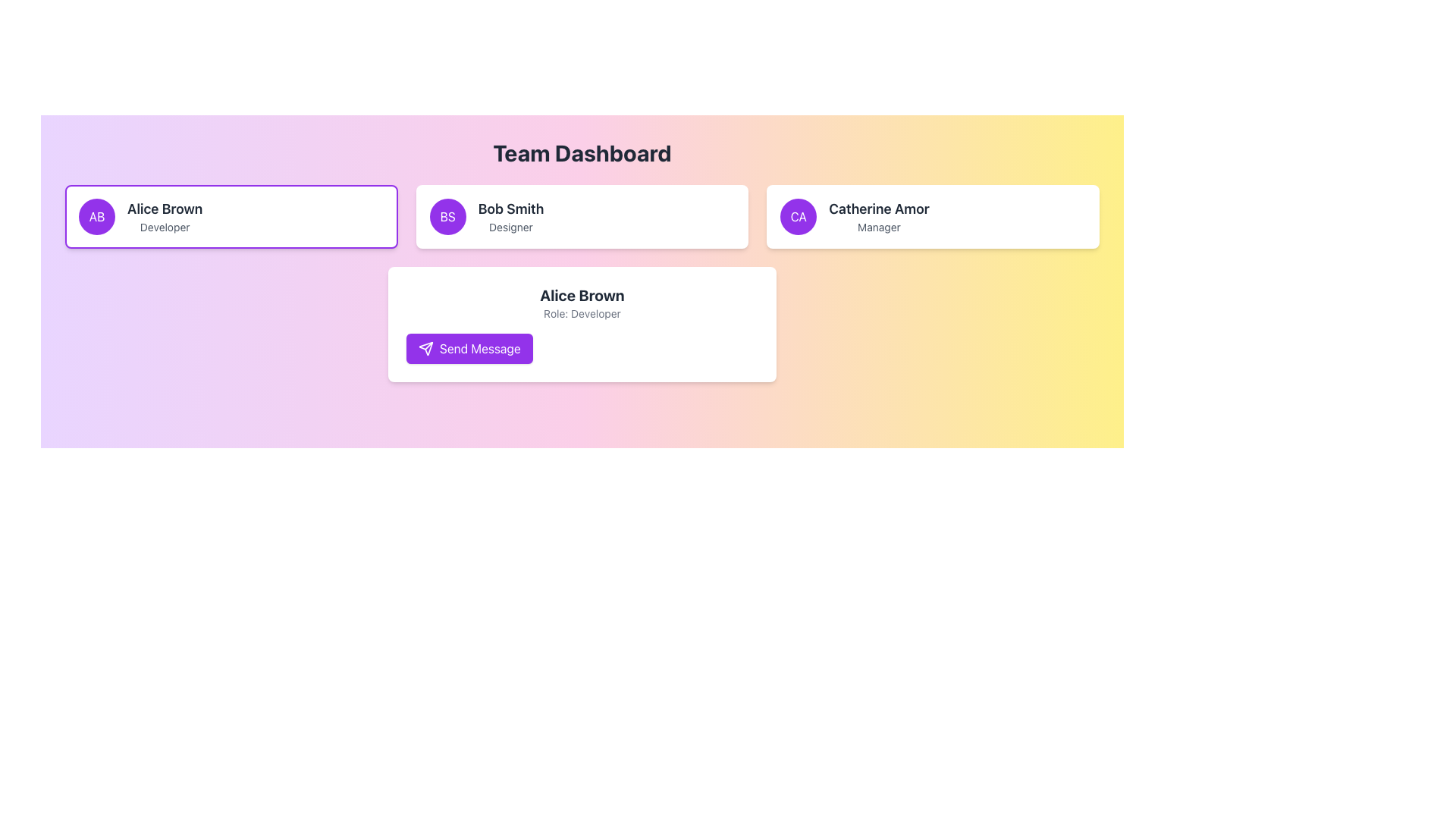 This screenshot has width=1456, height=819. I want to click on the Avatar or Profile Icon representing user 'Bob Smith' in the 'Team Dashboard' section, so click(447, 216).